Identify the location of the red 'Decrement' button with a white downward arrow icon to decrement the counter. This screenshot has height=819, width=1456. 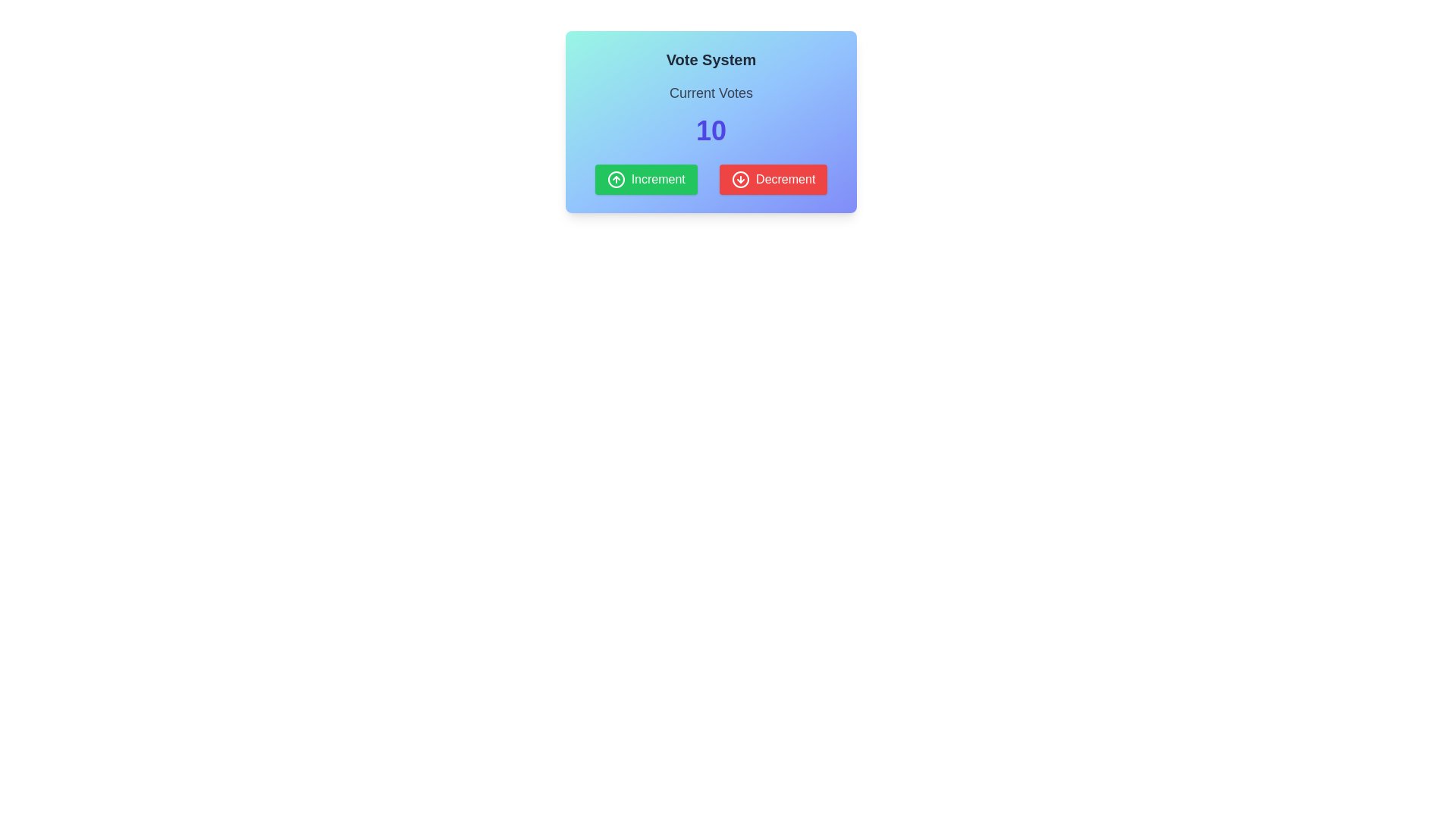
(773, 178).